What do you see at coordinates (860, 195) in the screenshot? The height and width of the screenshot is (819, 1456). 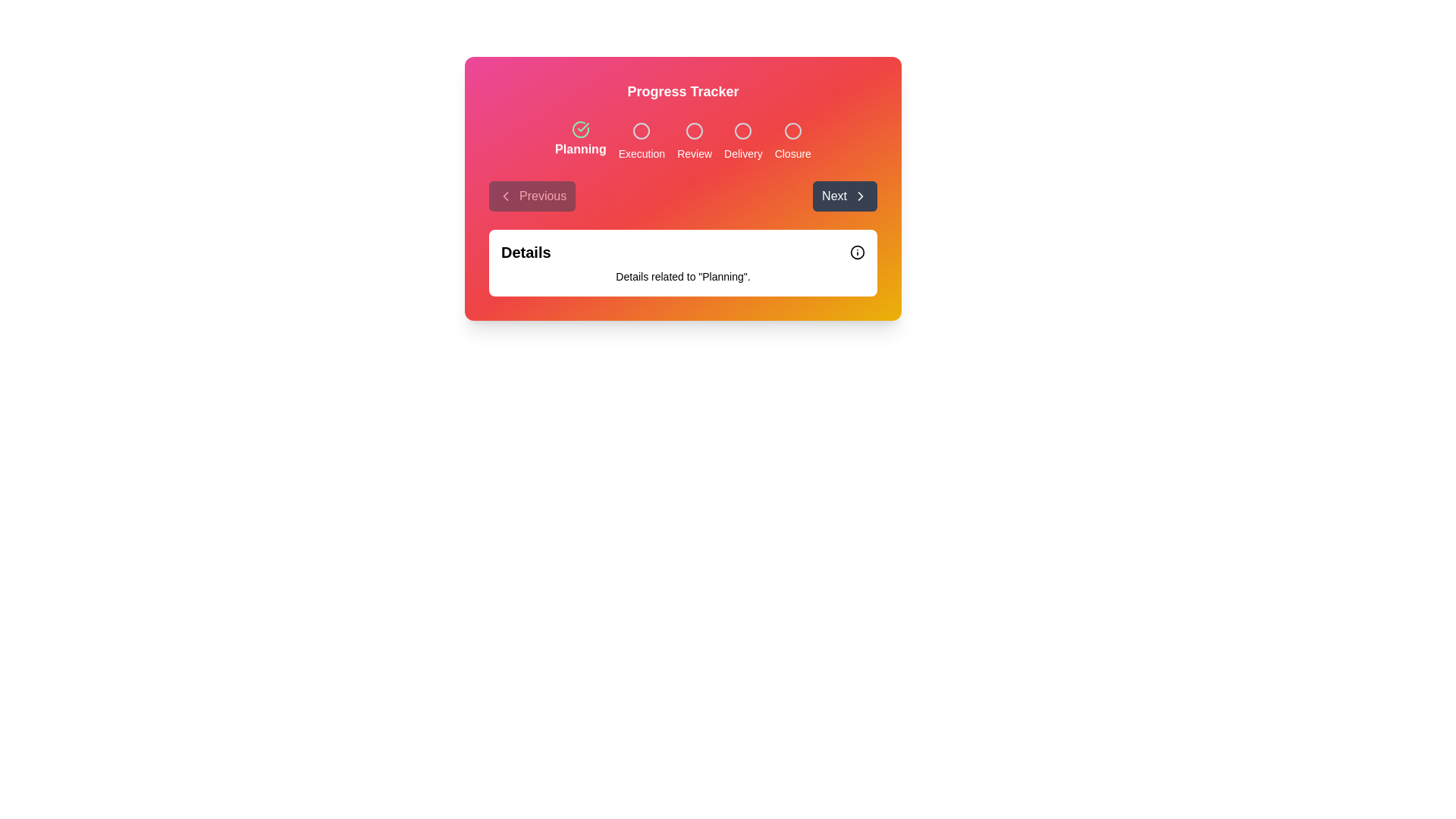 I see `the chevron icon on the 'Next' button that signifies moving to the next step in the UI, located towards the right of the central section of the card interface` at bounding box center [860, 195].